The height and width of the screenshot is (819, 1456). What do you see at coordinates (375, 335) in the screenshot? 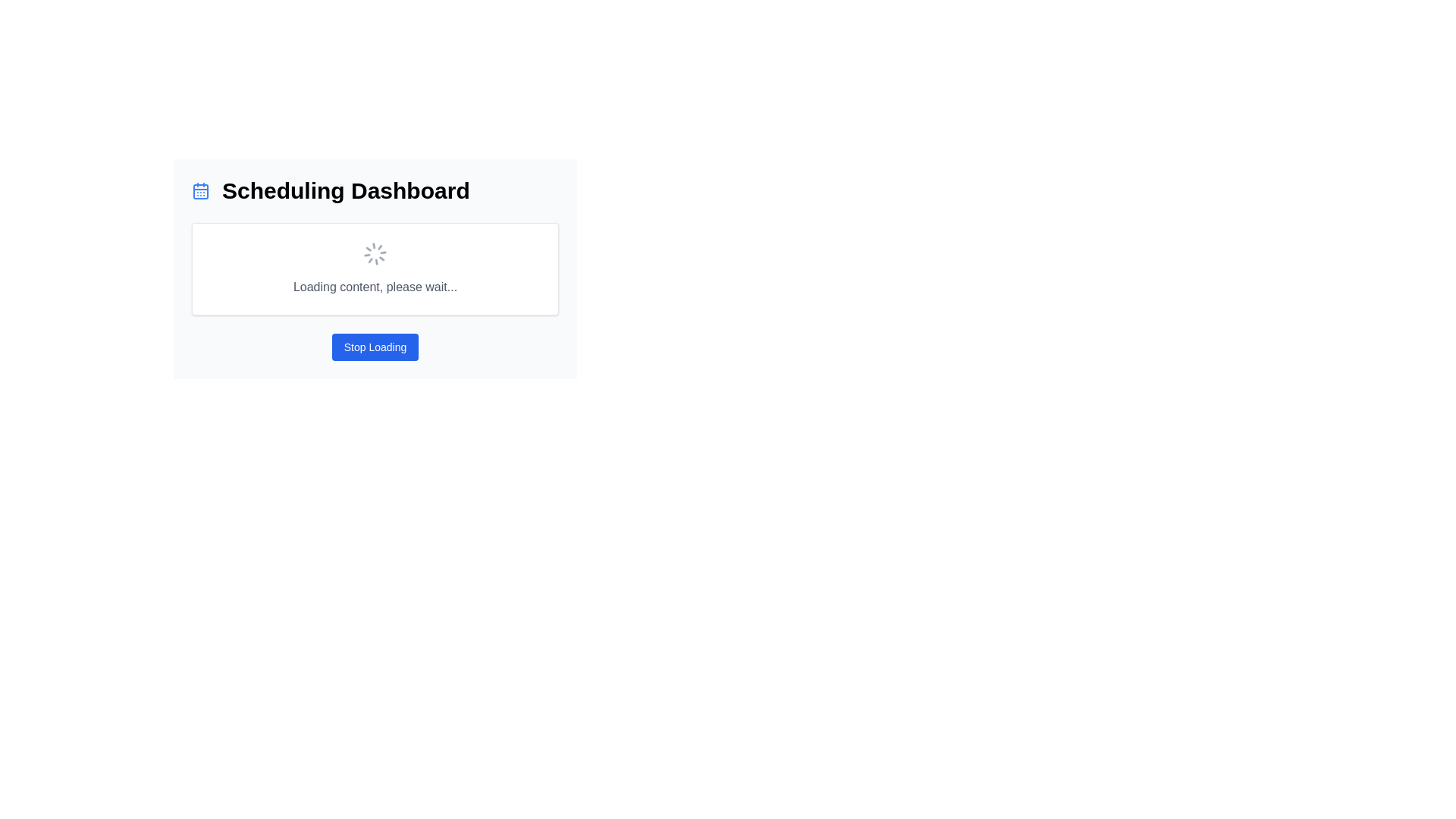
I see `informational text displayed in the modal popup with the title 'Scheduling Dashboard', which shows the spinner animation and the message 'Loading content, please wait...'` at bounding box center [375, 335].